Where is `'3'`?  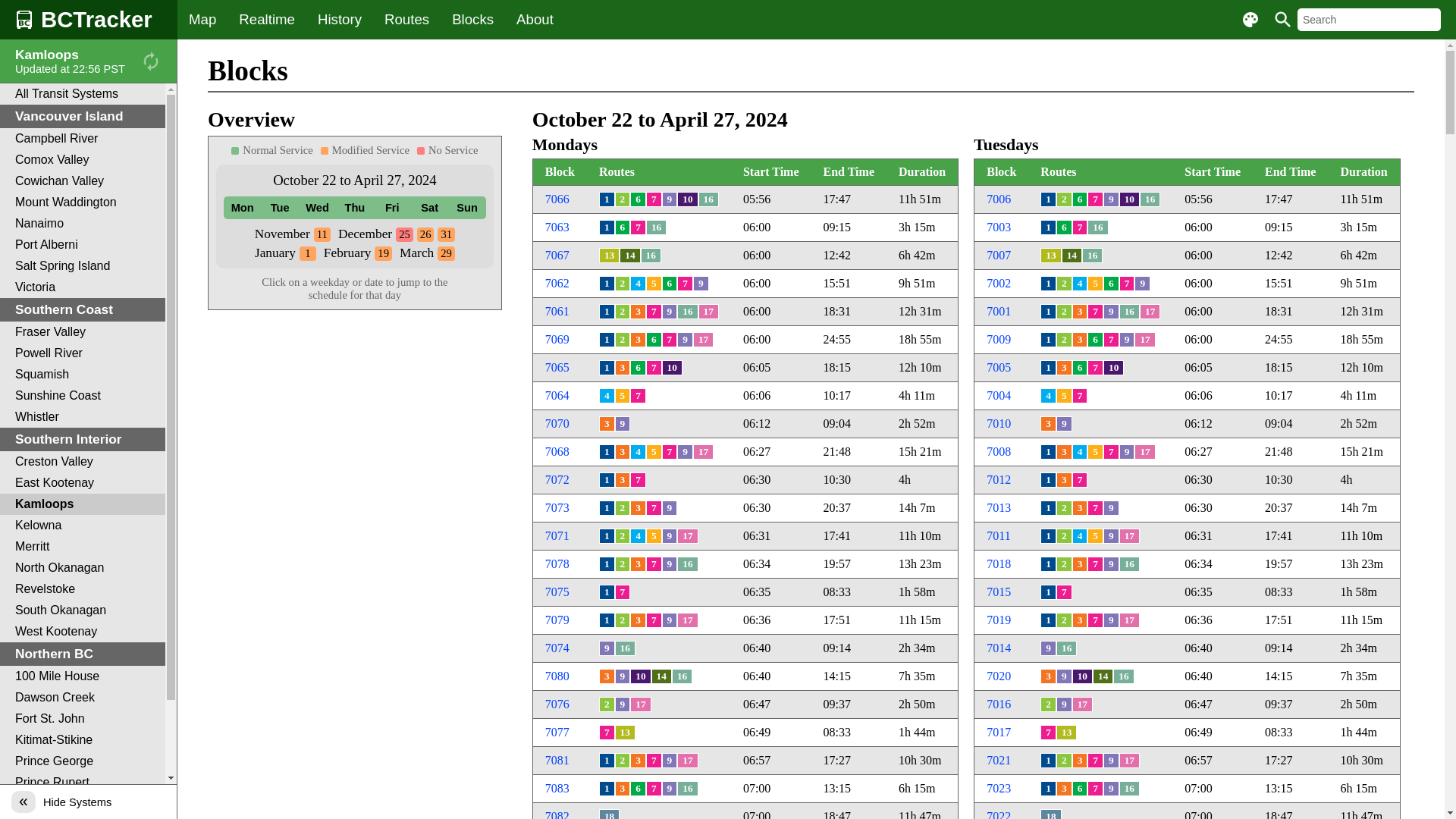
'3' is located at coordinates (607, 675).